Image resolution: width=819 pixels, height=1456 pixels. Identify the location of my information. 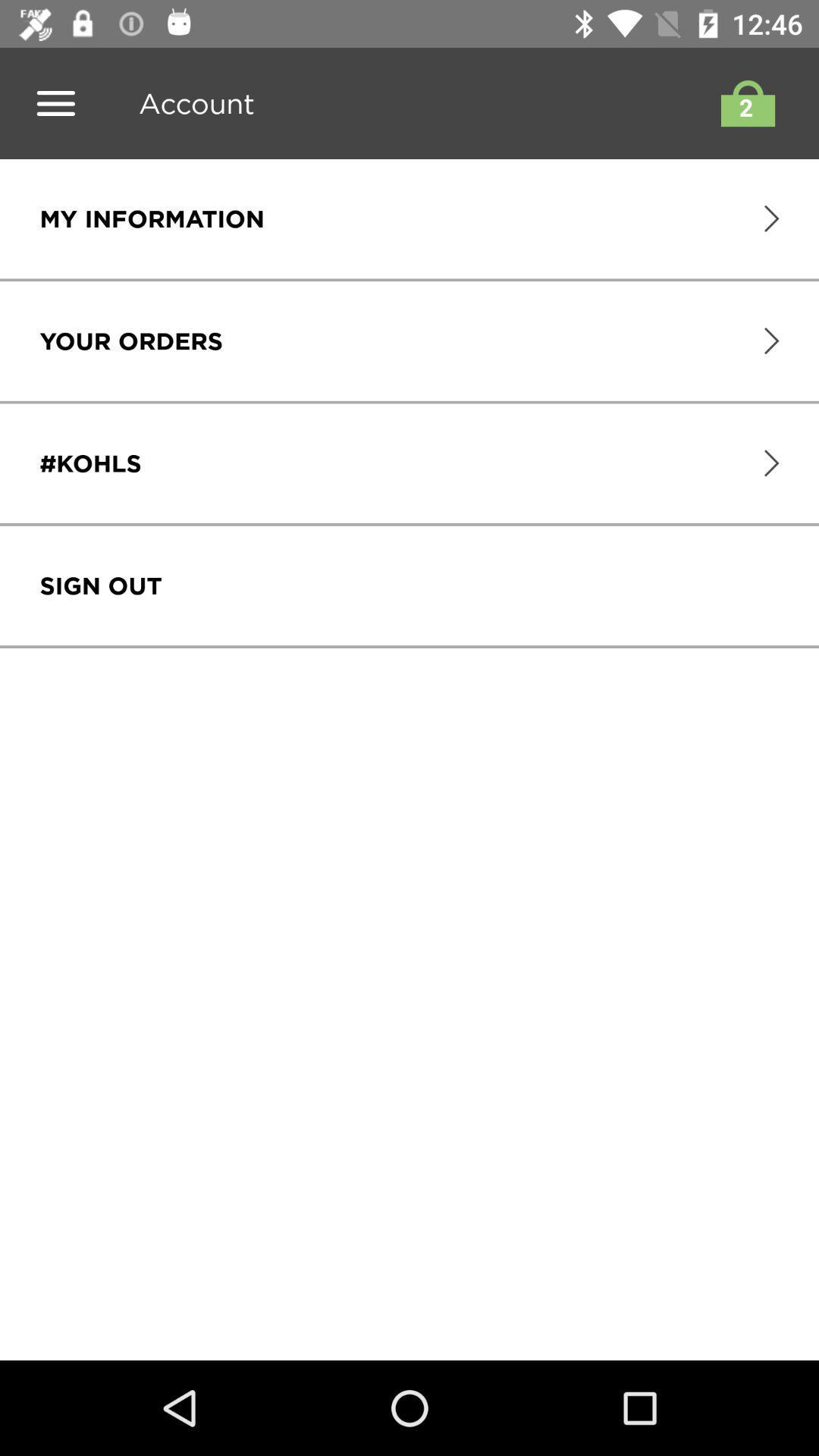
(152, 218).